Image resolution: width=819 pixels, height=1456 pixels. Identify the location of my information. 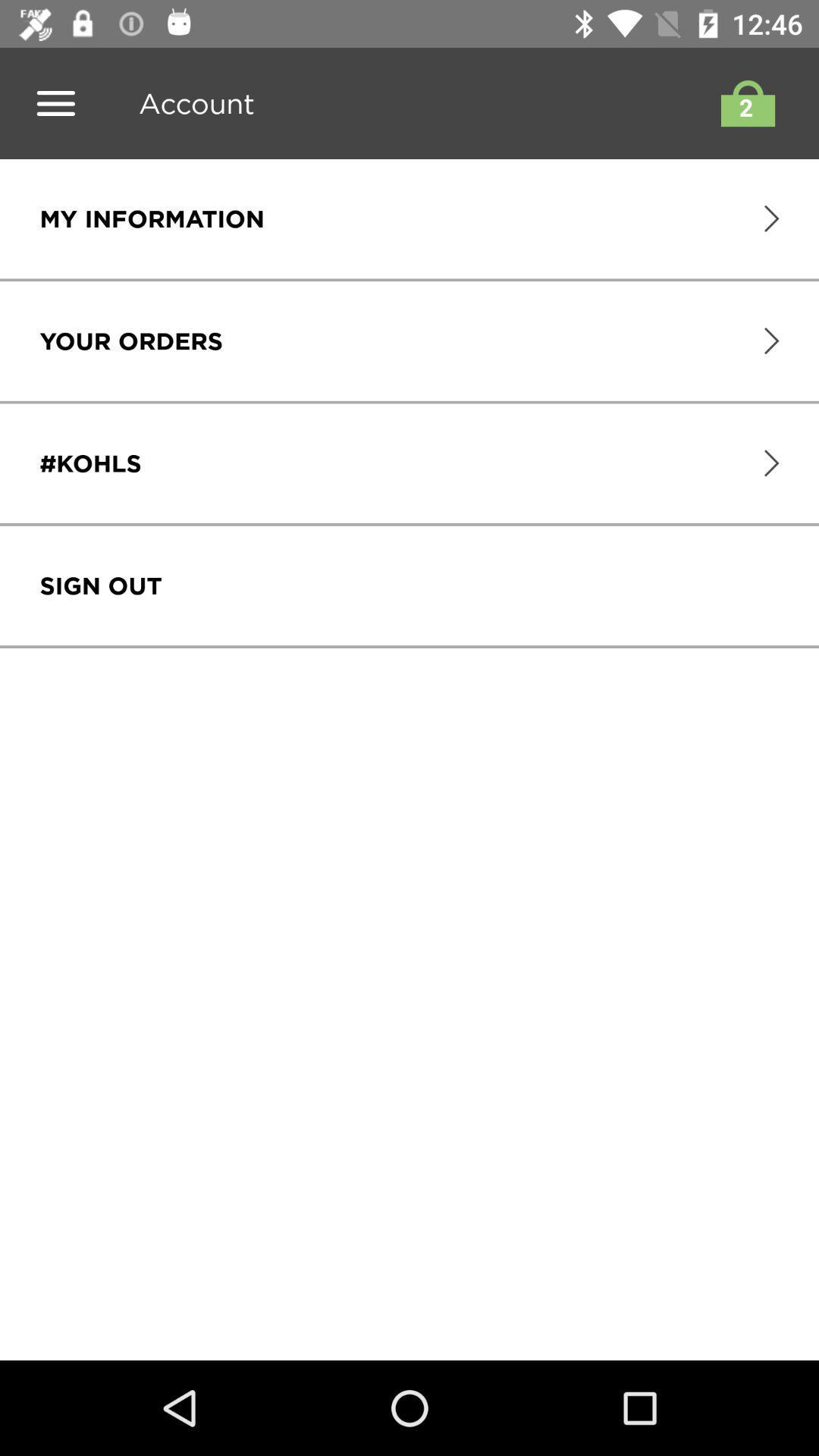
(152, 218).